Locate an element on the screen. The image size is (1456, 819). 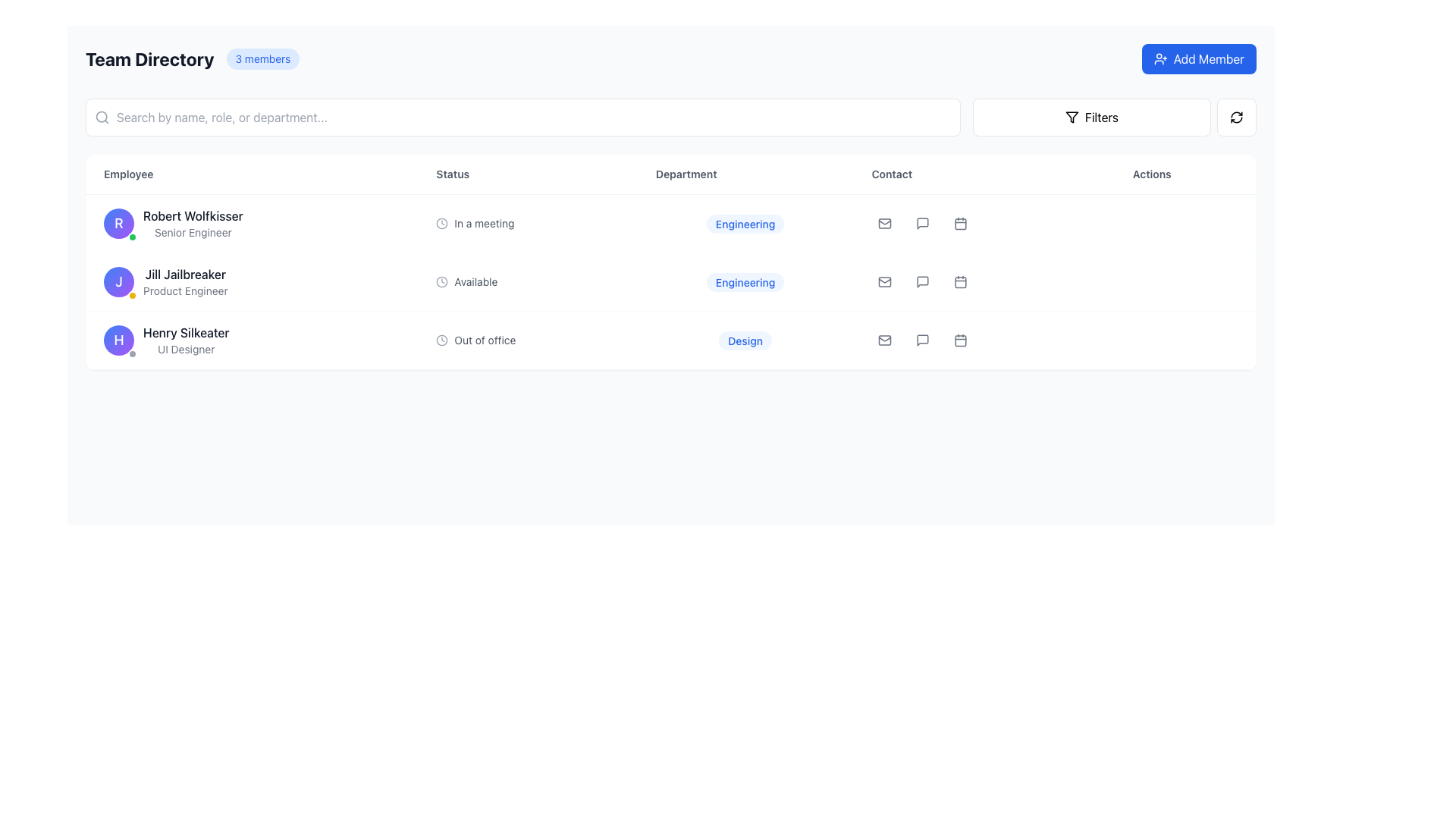
the ellipsis button located at the far-right side under the 'Actions' column in the row representing 'Robert Wolfkisser, Senior Engineer'. This button contains a vertically aligned set of three dots and is the last interactive element in the column is located at coordinates (1185, 223).